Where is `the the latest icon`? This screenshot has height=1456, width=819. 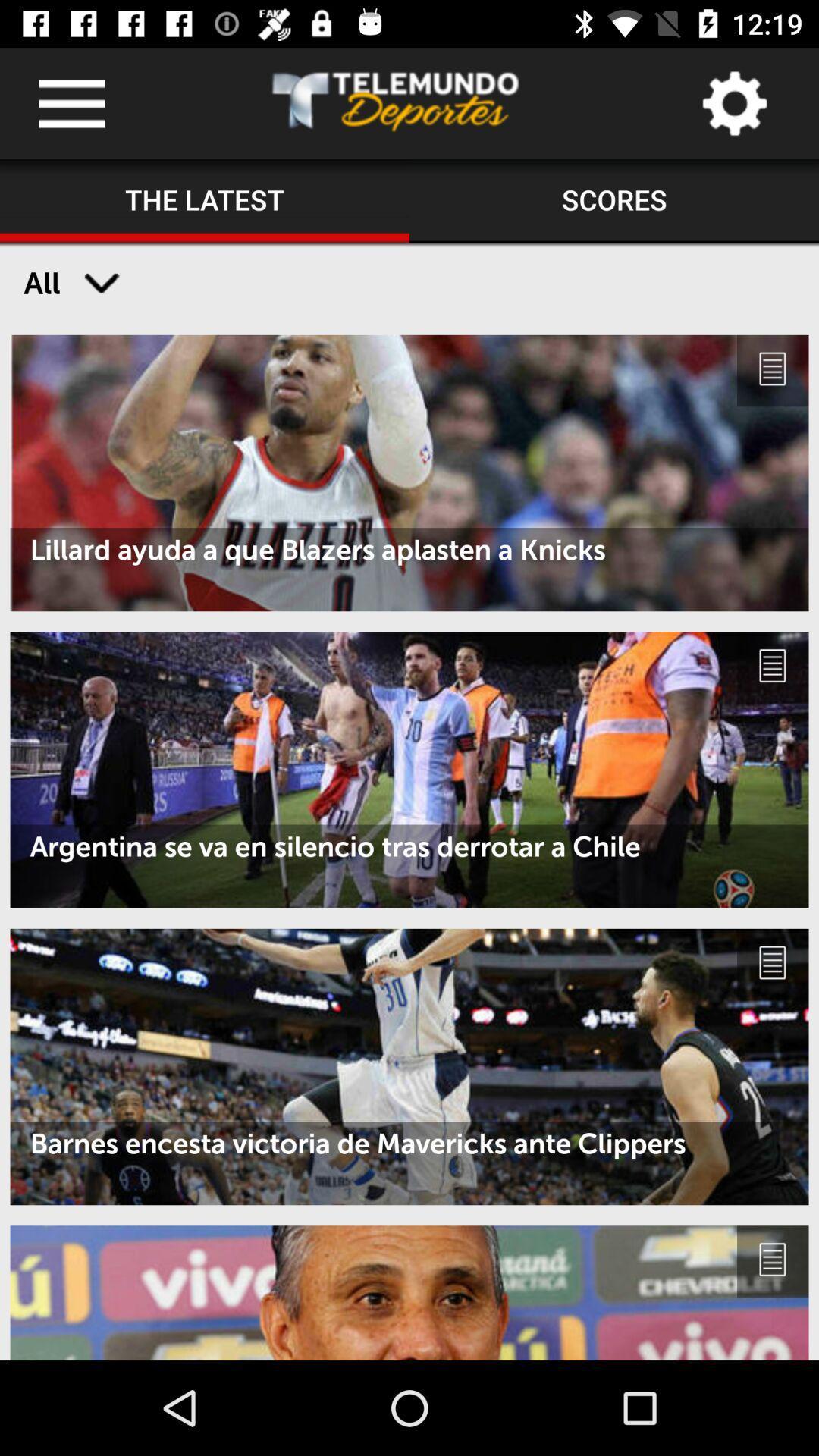 the the latest icon is located at coordinates (205, 200).